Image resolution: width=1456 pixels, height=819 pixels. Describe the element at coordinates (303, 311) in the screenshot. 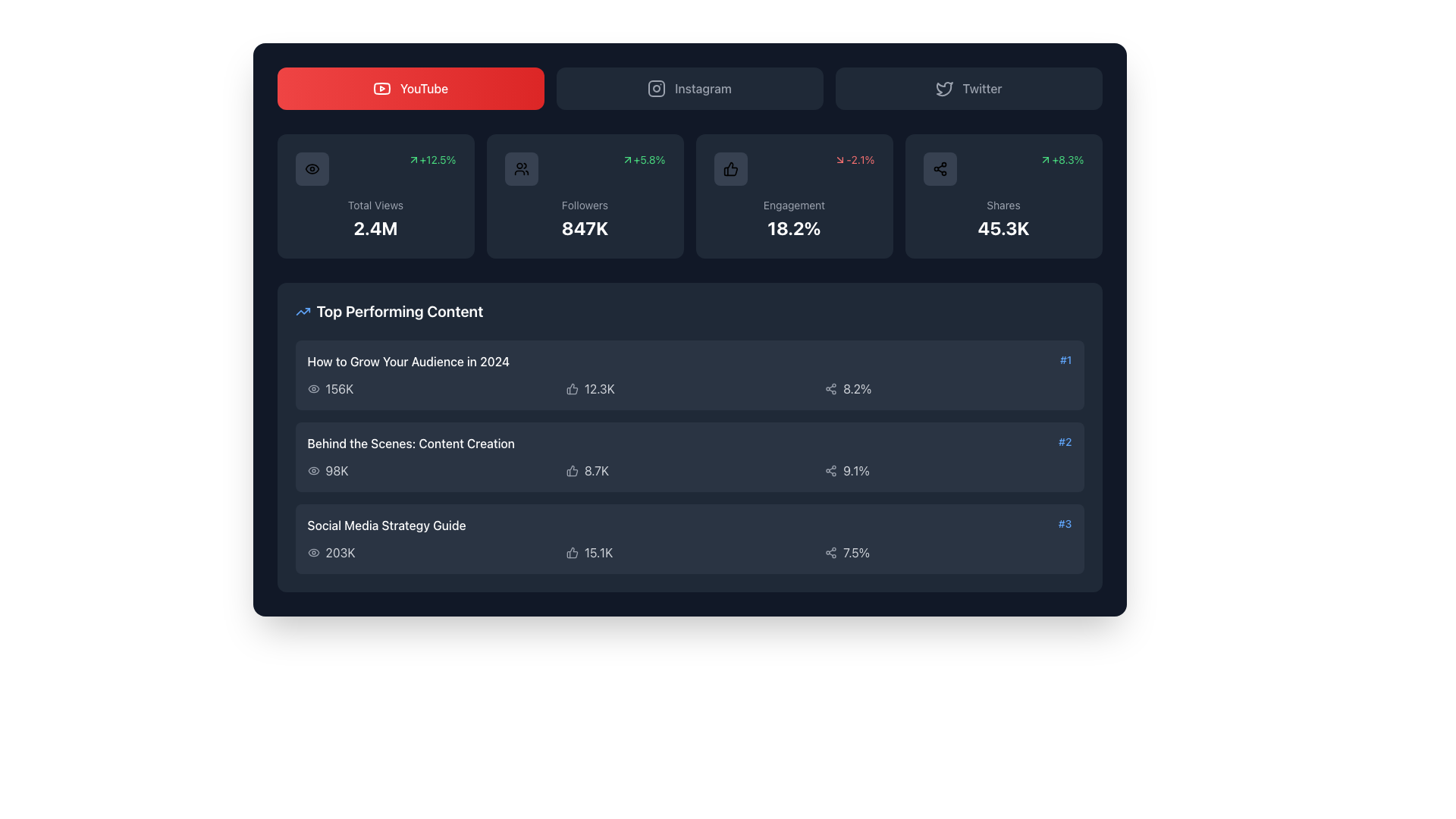

I see `the improvement icon located to the left of the 'Top Performing Content' text, which denotes progress or trending upward` at that location.